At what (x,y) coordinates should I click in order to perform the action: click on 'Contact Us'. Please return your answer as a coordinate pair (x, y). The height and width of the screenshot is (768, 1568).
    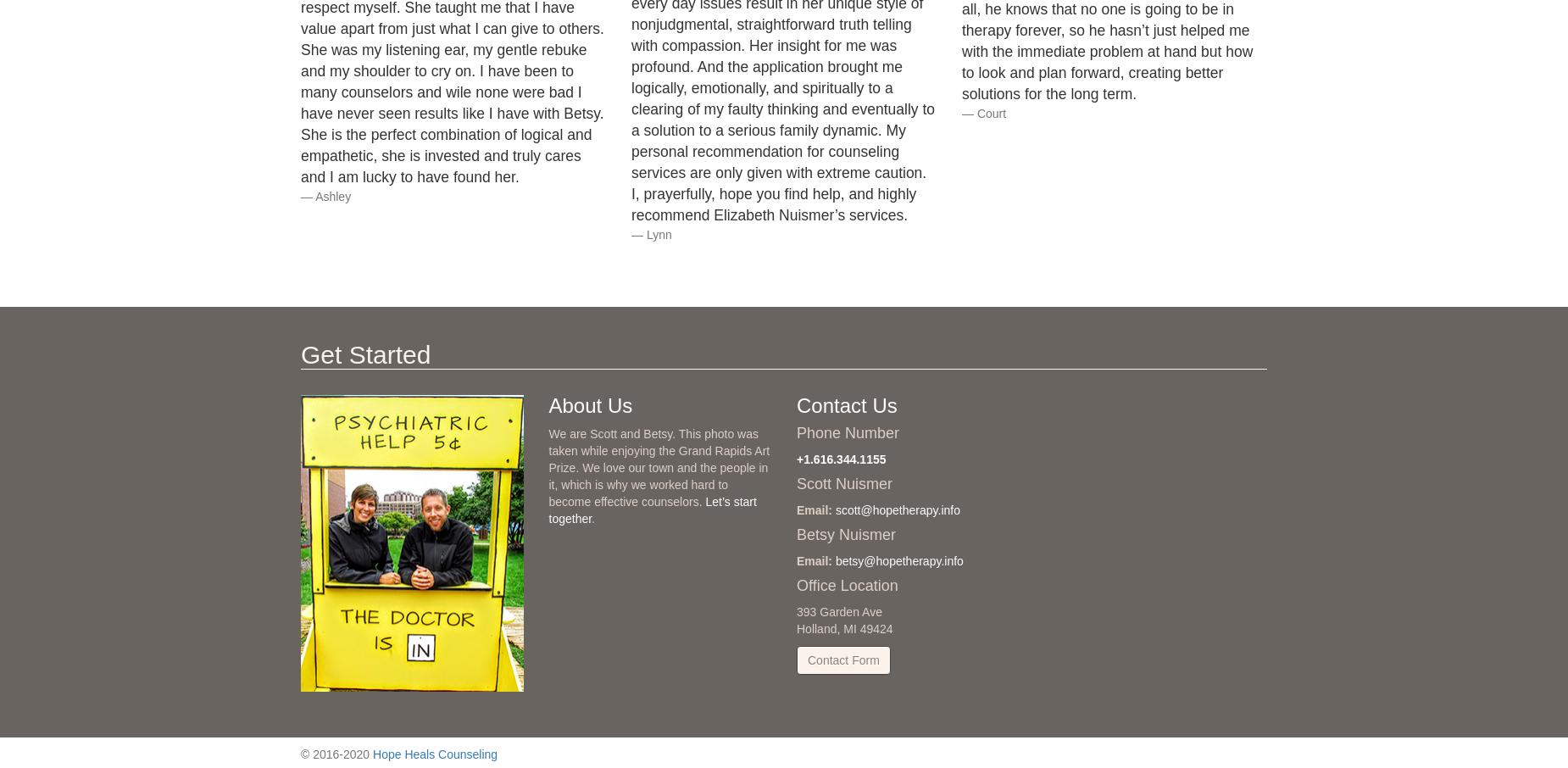
    Looking at the image, I should click on (846, 404).